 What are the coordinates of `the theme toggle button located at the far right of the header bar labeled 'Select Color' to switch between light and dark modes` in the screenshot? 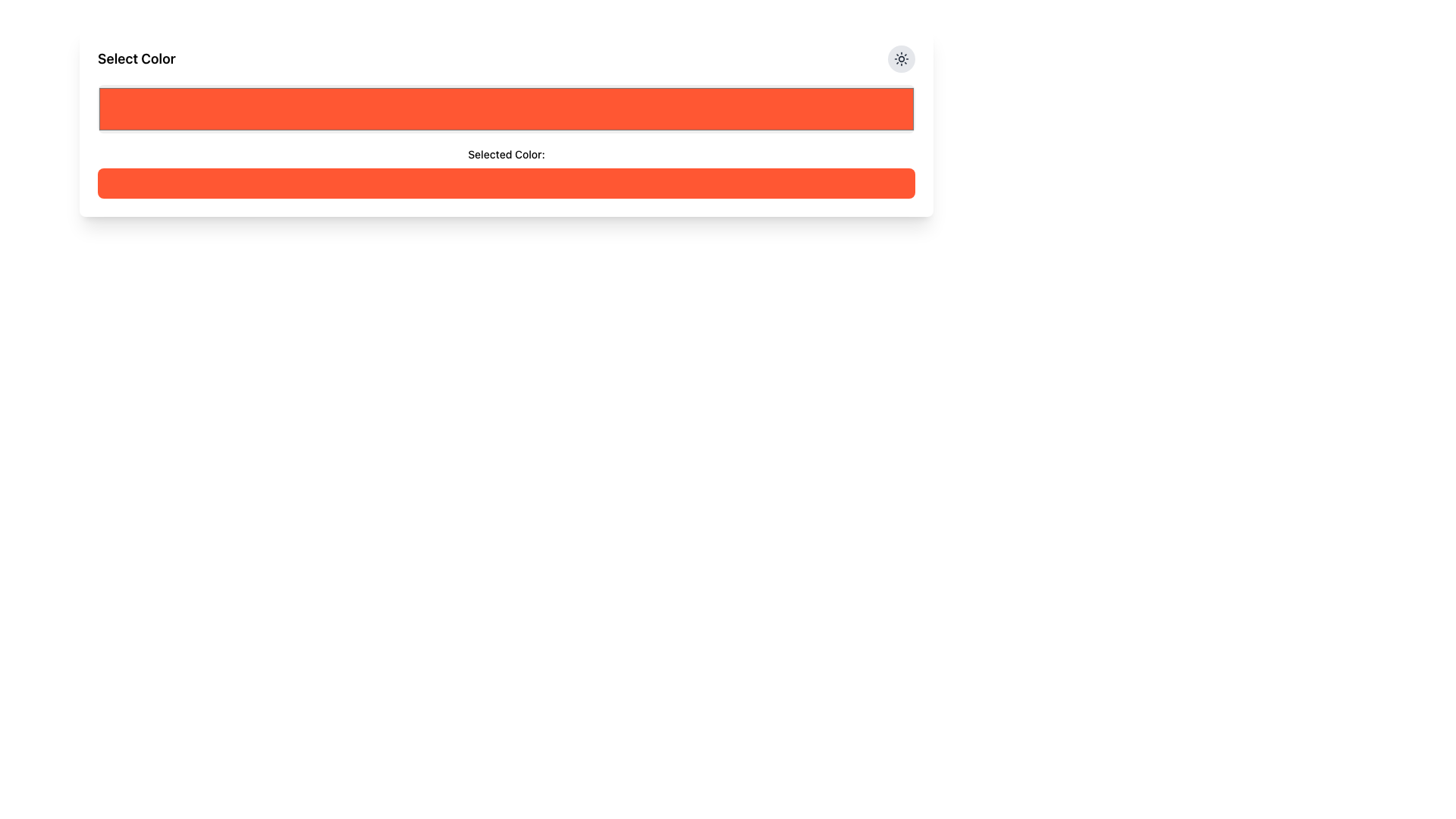 It's located at (902, 58).